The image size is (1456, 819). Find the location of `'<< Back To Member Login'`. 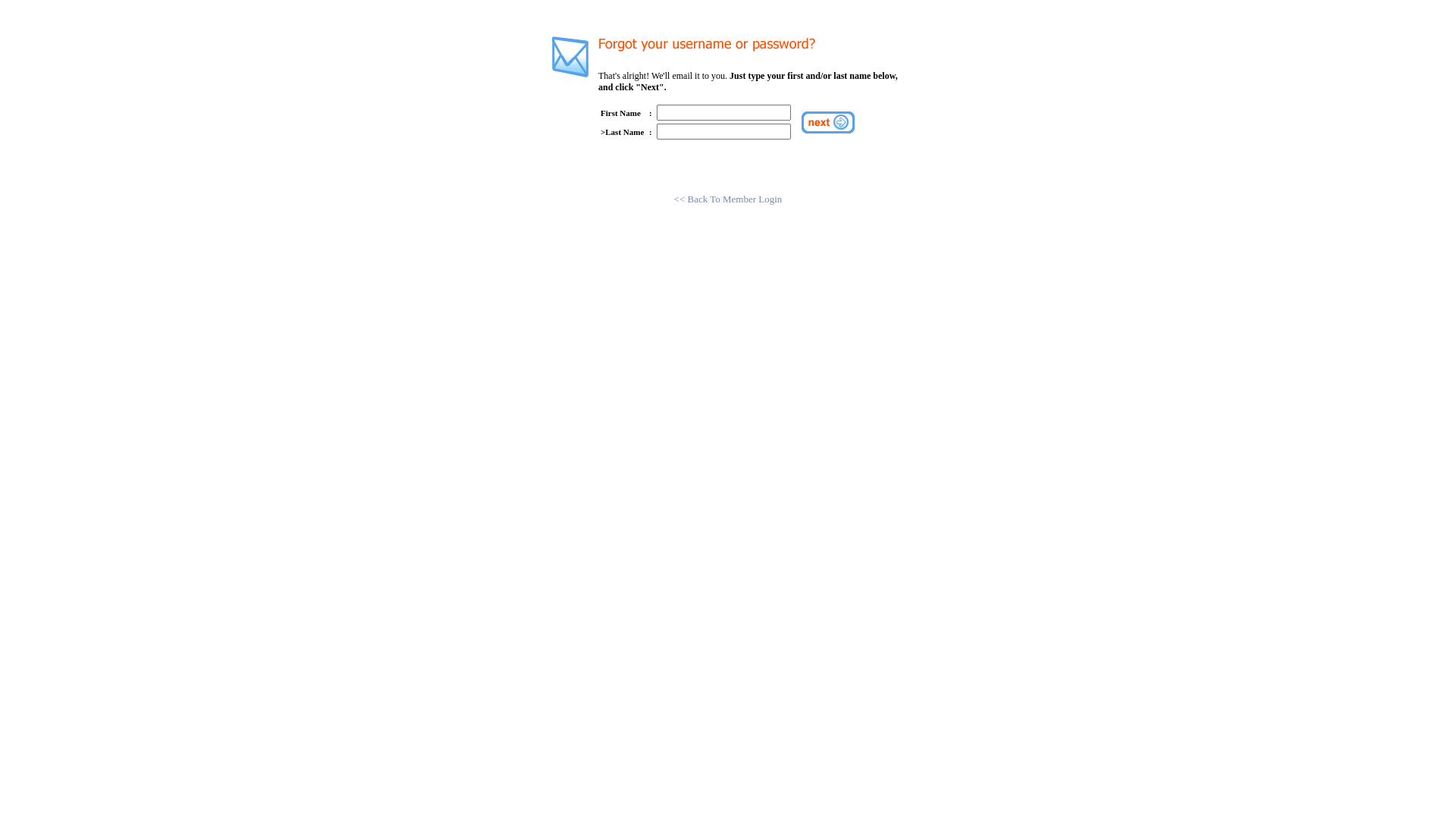

'<< Back To Member Login' is located at coordinates (728, 198).